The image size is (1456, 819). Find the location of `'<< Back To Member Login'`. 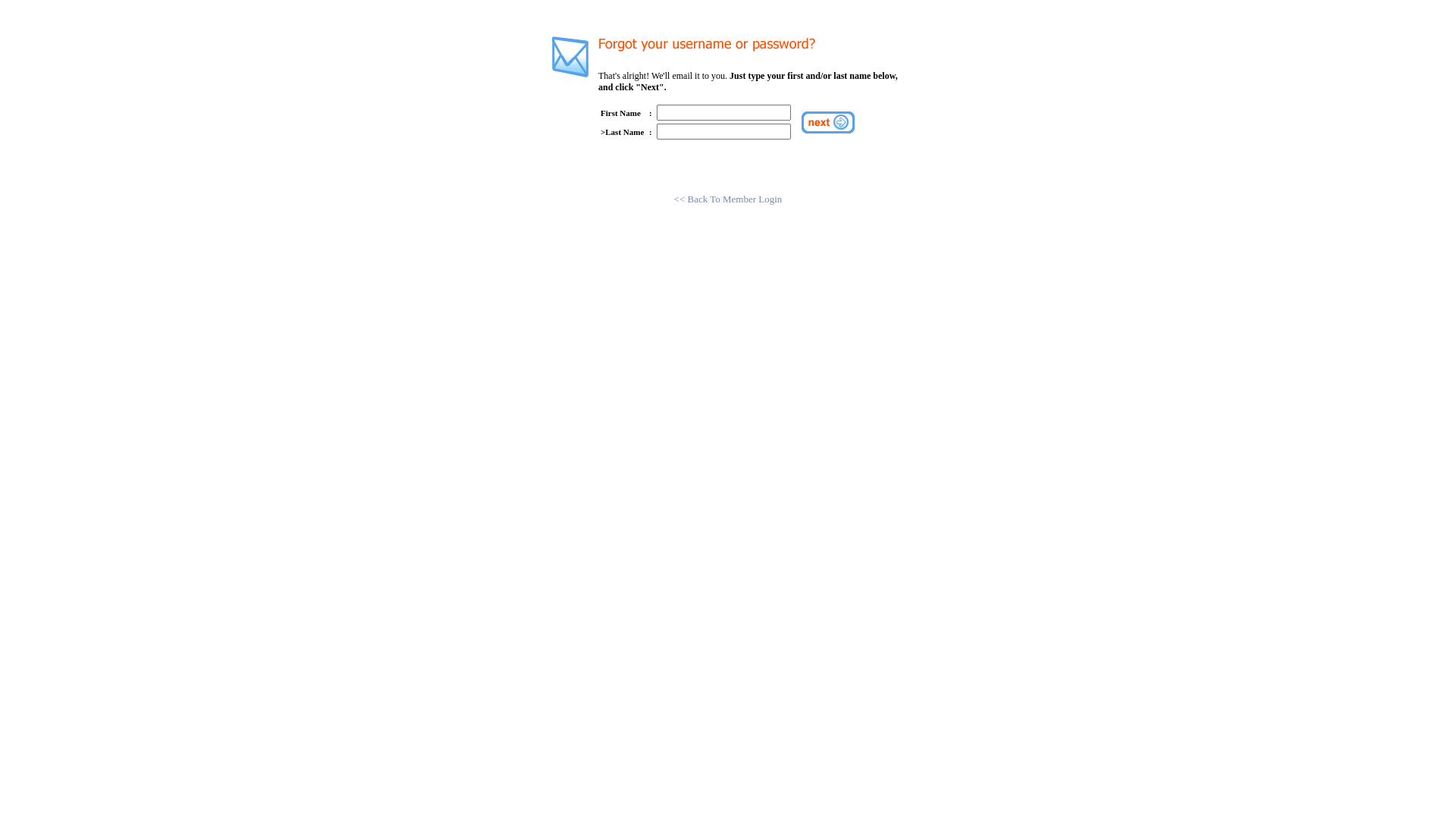

'<< Back To Member Login' is located at coordinates (728, 198).